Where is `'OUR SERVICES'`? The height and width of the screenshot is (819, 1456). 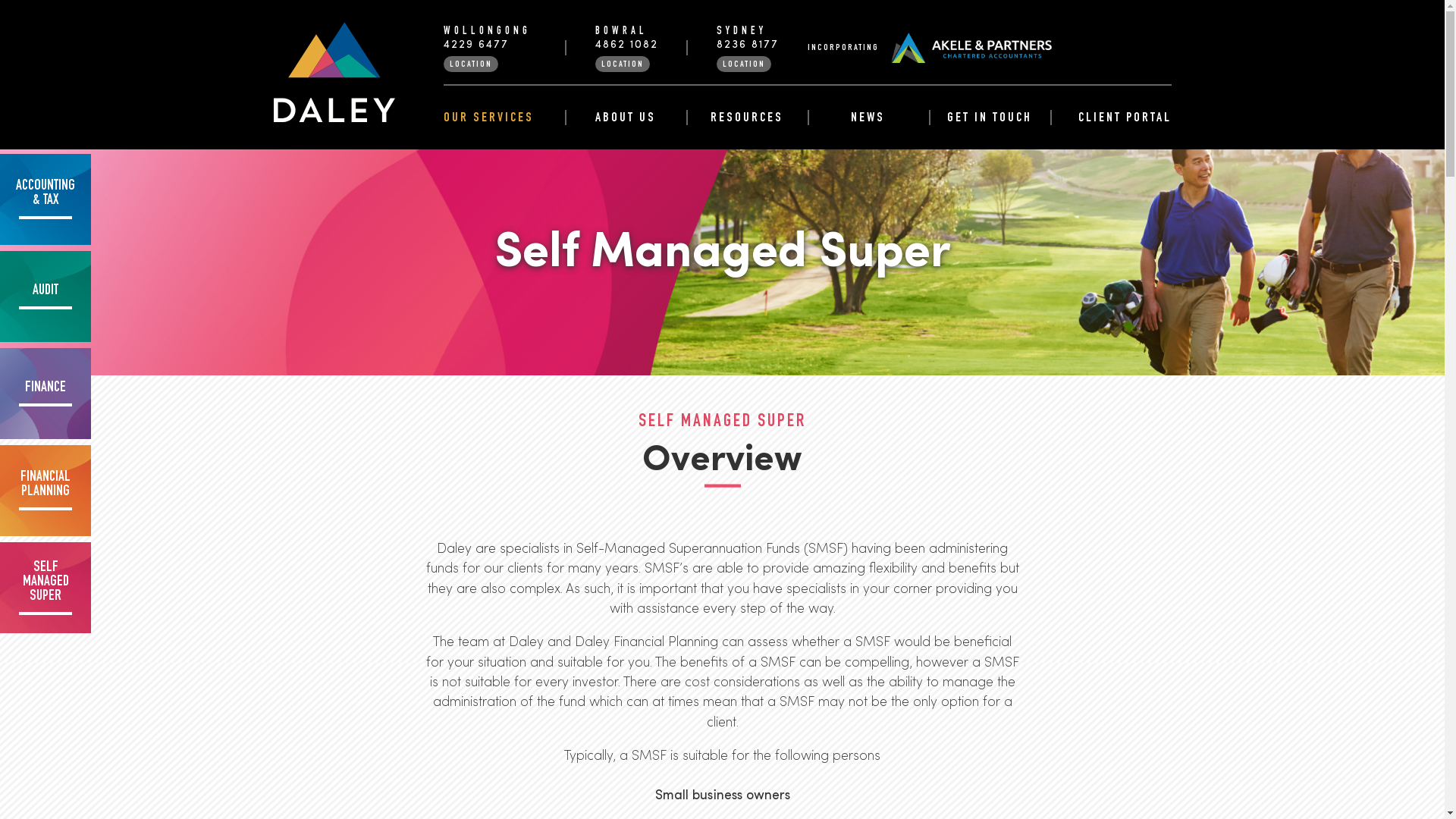 'OUR SERVICES' is located at coordinates (442, 117).